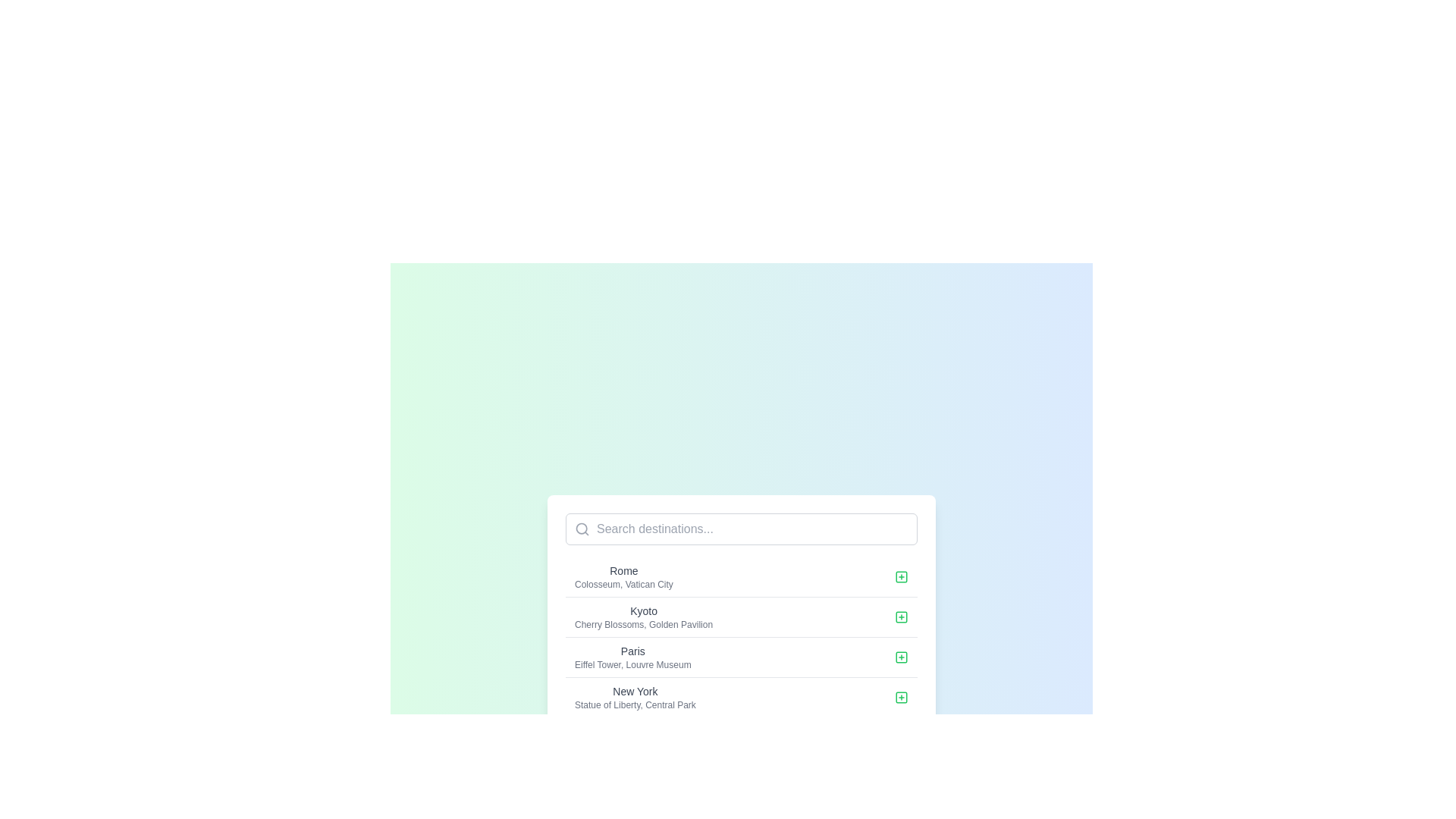 The width and height of the screenshot is (1456, 819). Describe the element at coordinates (902, 617) in the screenshot. I see `the green SVG icon button with a plus sign, located to the right of the text 'Kyoto' and 'Cherry Blossoms, Golden Pavilion'` at that location.